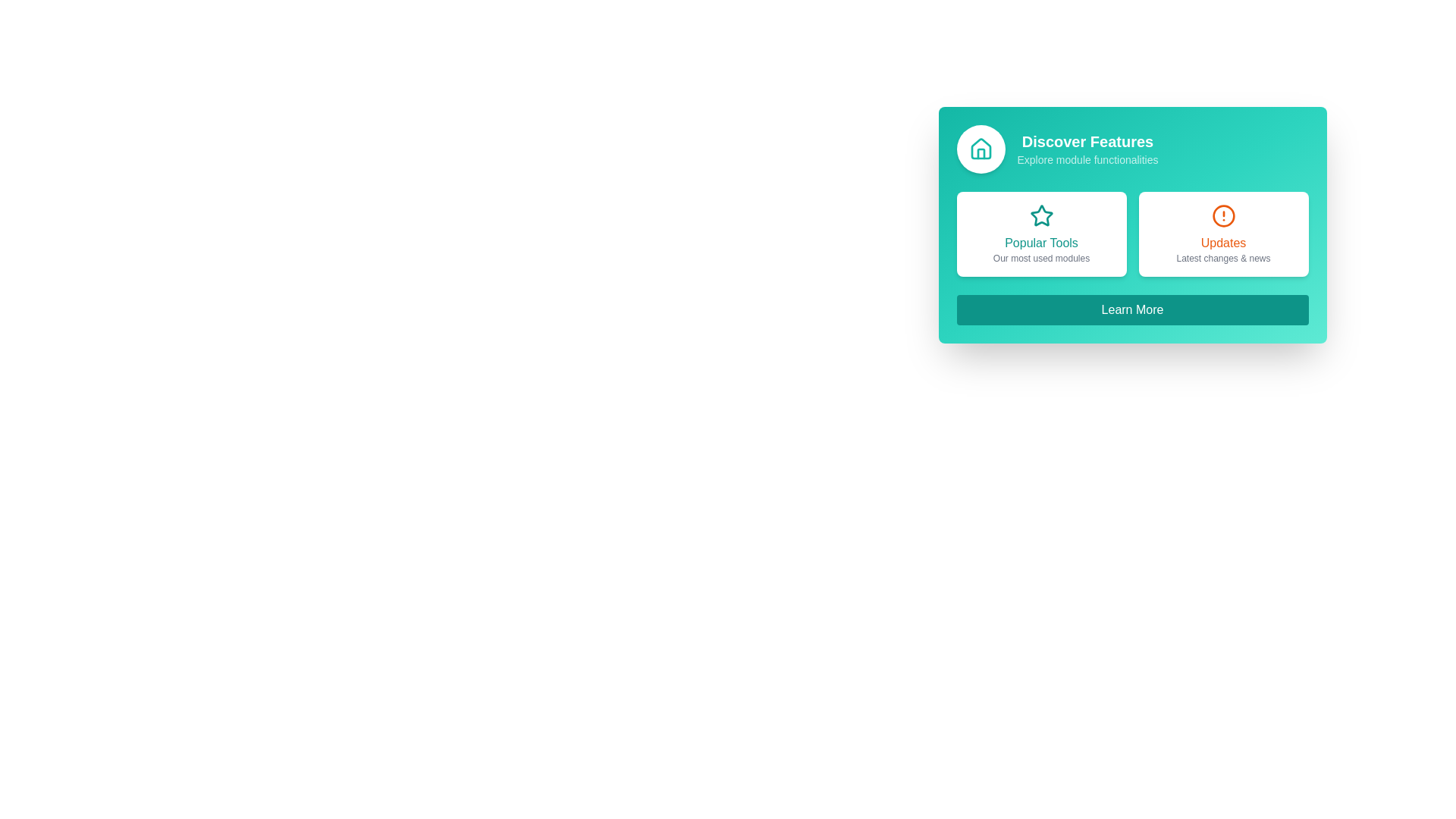 This screenshot has height=819, width=1456. What do you see at coordinates (1087, 149) in the screenshot?
I see `the text block containing the header 'Discover Features' and subtext 'Explore module functionalities', which is located in the top-left part of the card layout against a teal background` at bounding box center [1087, 149].